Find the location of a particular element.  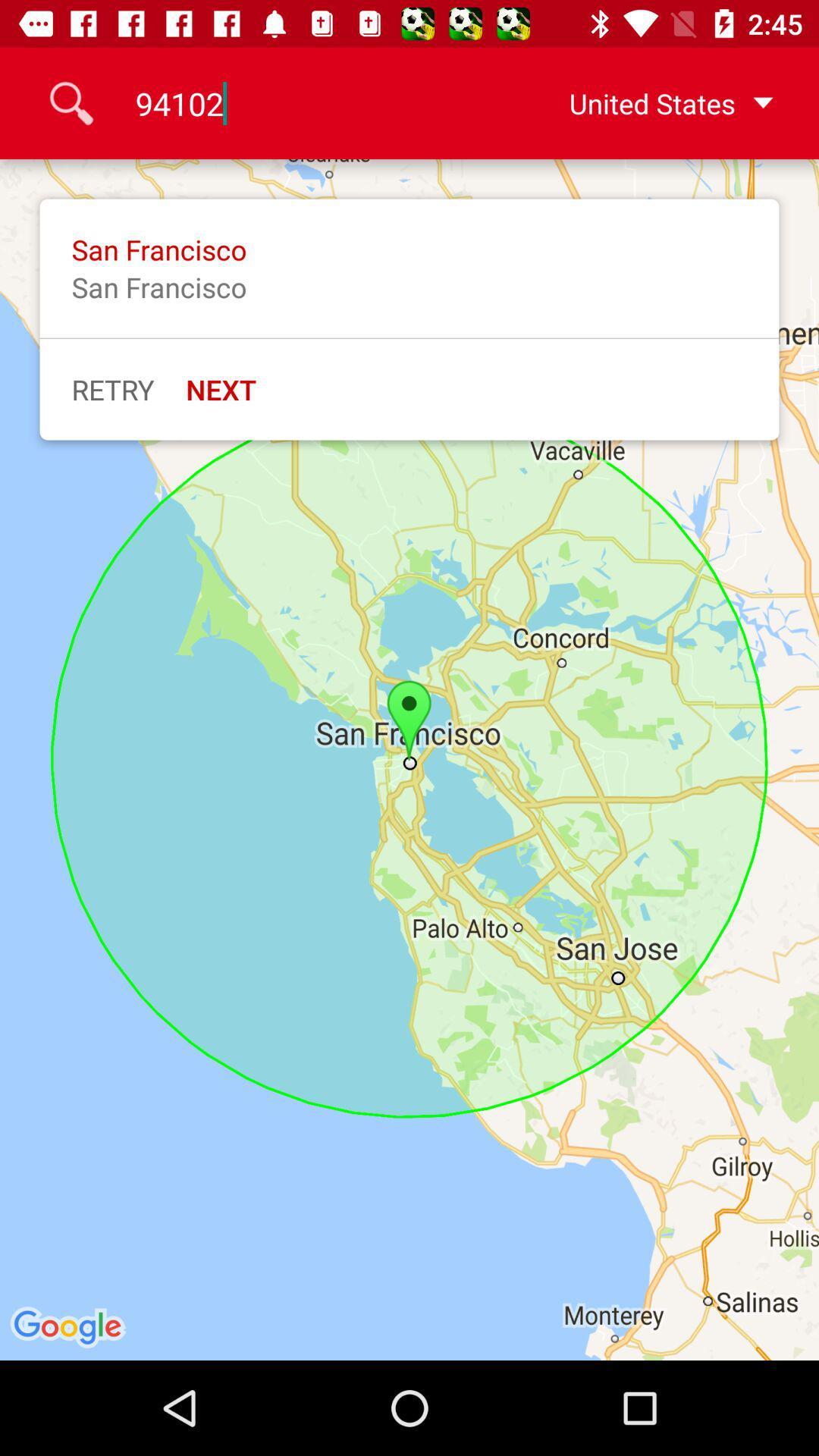

item at the center is located at coordinates (409, 760).